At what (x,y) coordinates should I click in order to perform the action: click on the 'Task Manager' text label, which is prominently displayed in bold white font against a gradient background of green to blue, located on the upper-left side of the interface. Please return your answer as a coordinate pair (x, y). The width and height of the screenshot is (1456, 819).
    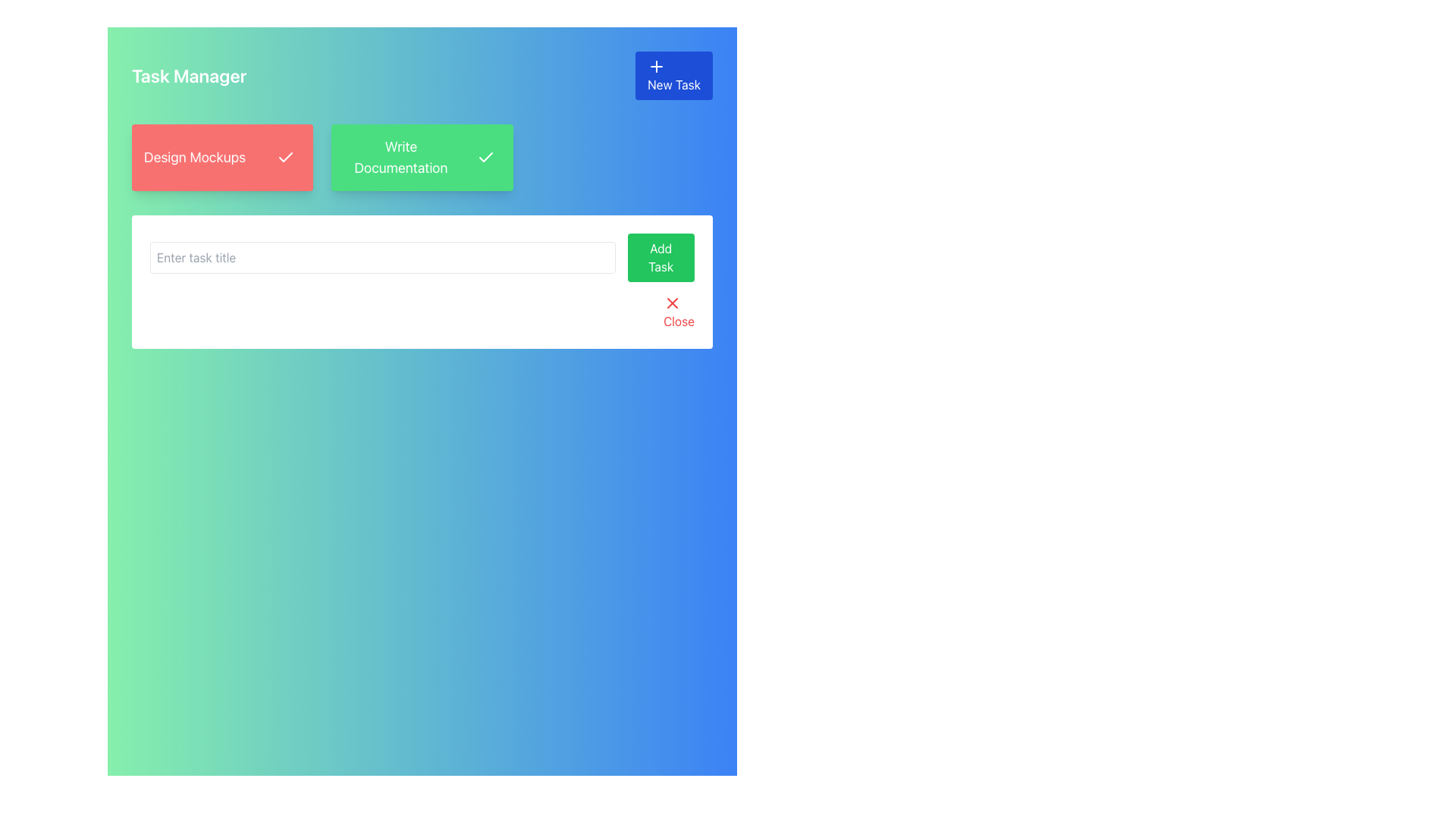
    Looking at the image, I should click on (188, 76).